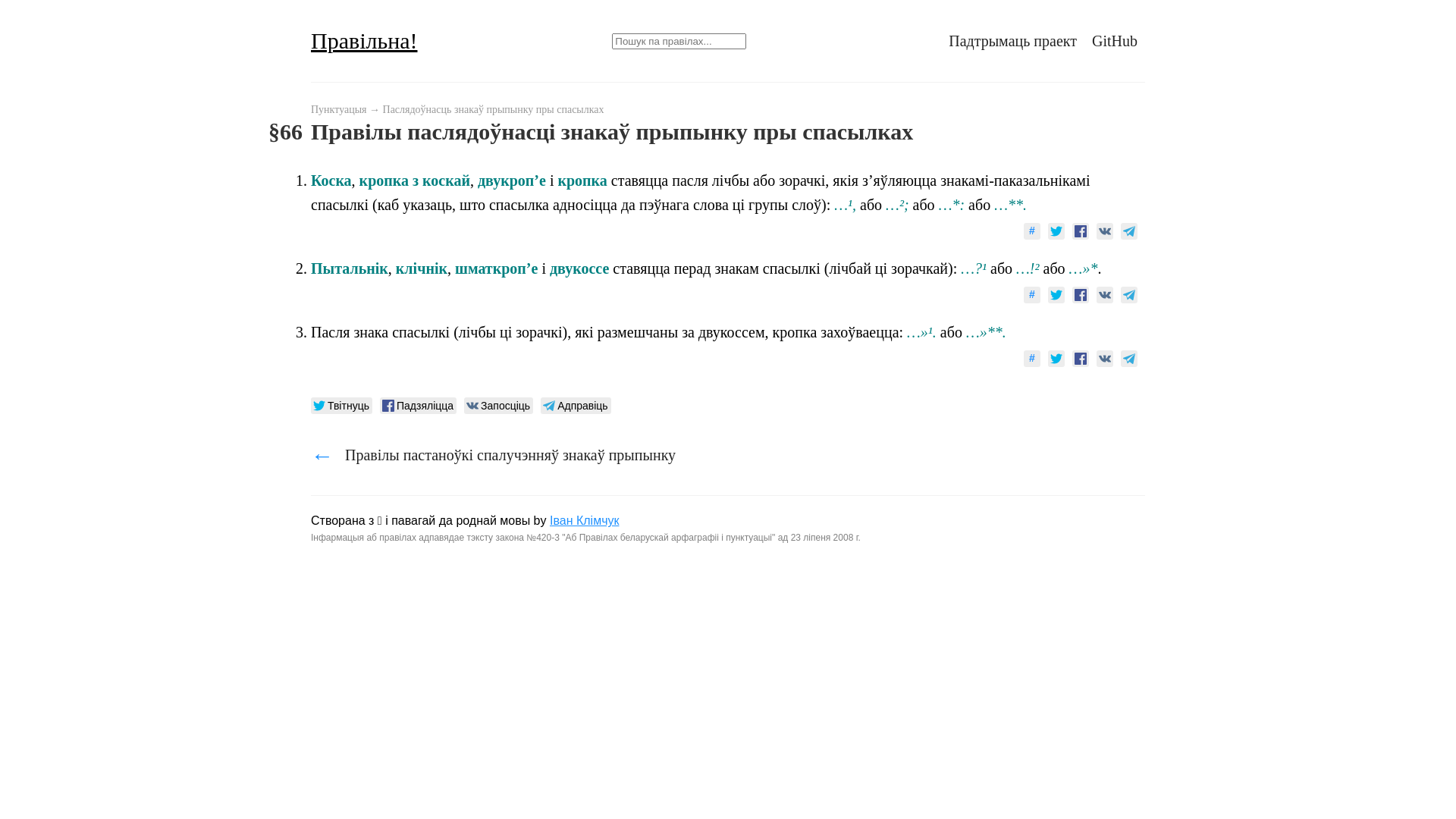 The width and height of the screenshot is (1456, 819). Describe the element at coordinates (1092, 40) in the screenshot. I see `'GitHub'` at that location.